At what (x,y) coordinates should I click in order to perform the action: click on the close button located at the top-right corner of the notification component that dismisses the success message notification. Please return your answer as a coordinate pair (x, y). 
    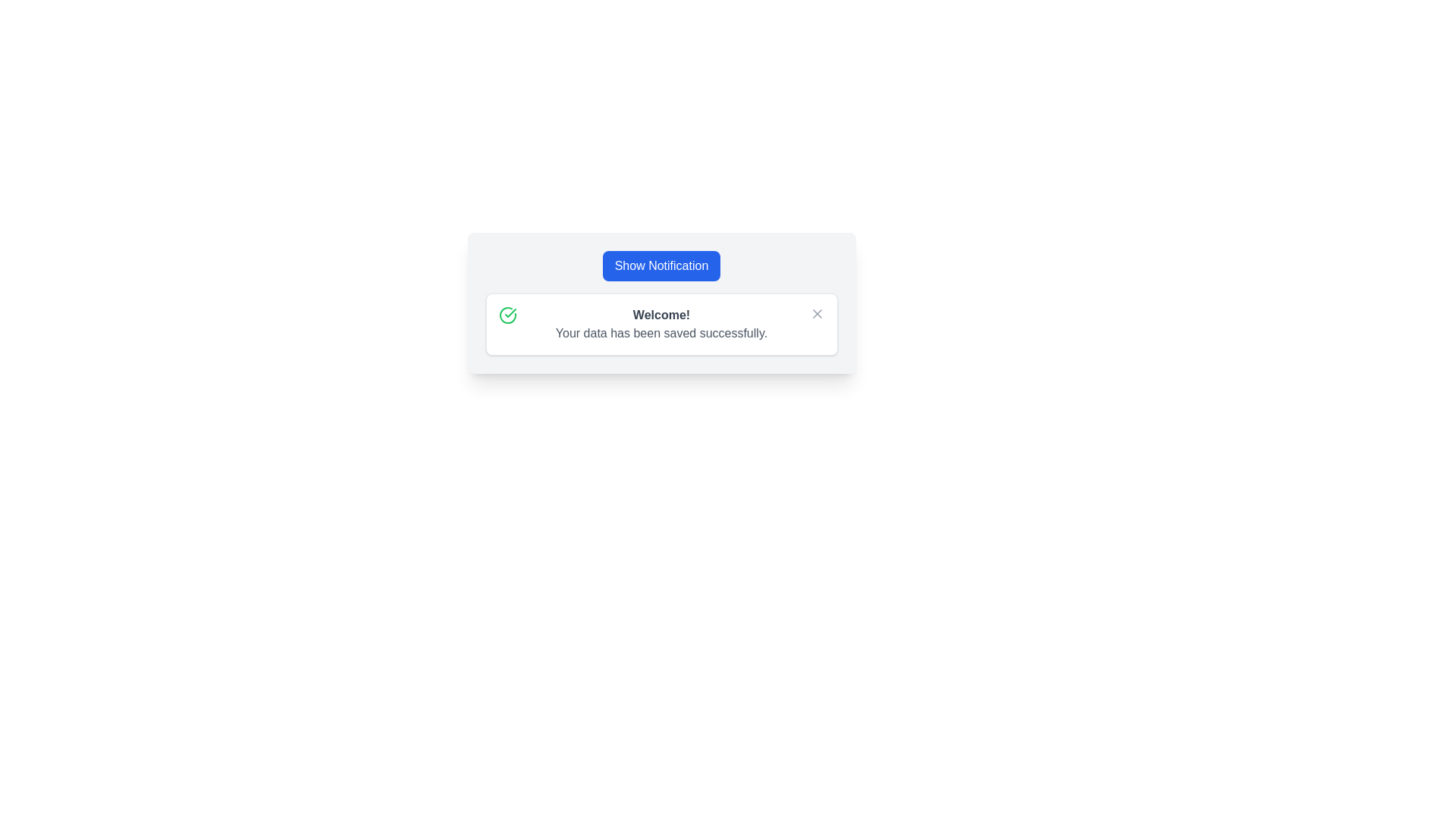
    Looking at the image, I should click on (816, 312).